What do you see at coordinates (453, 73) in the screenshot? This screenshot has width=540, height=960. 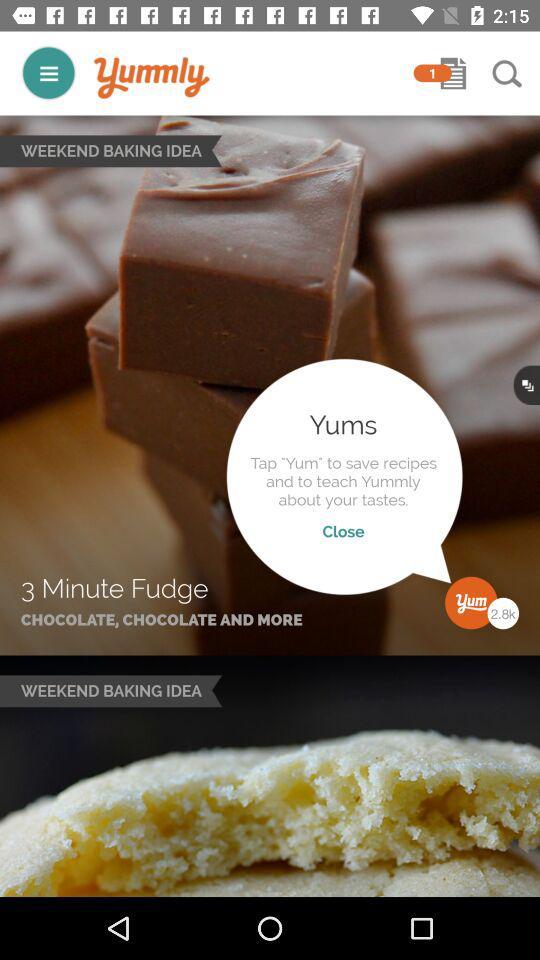 I see `message notification` at bounding box center [453, 73].